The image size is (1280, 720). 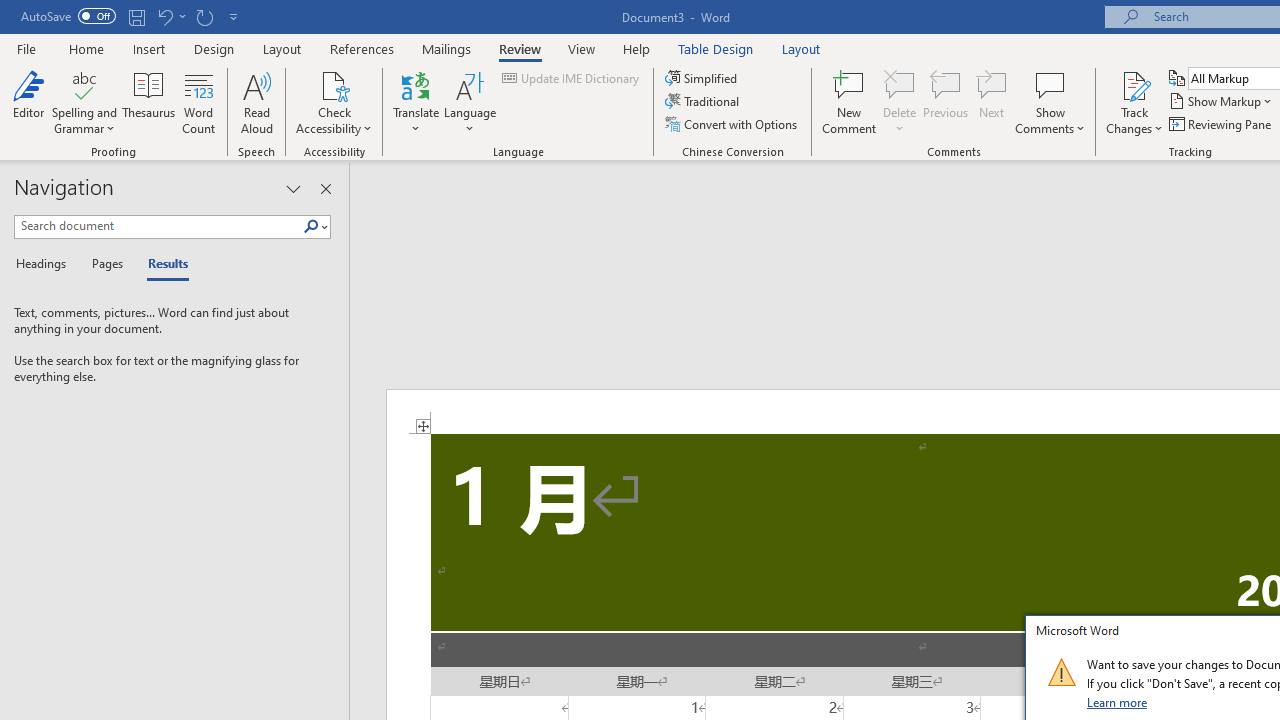 What do you see at coordinates (636, 48) in the screenshot?
I see `'Help'` at bounding box center [636, 48].